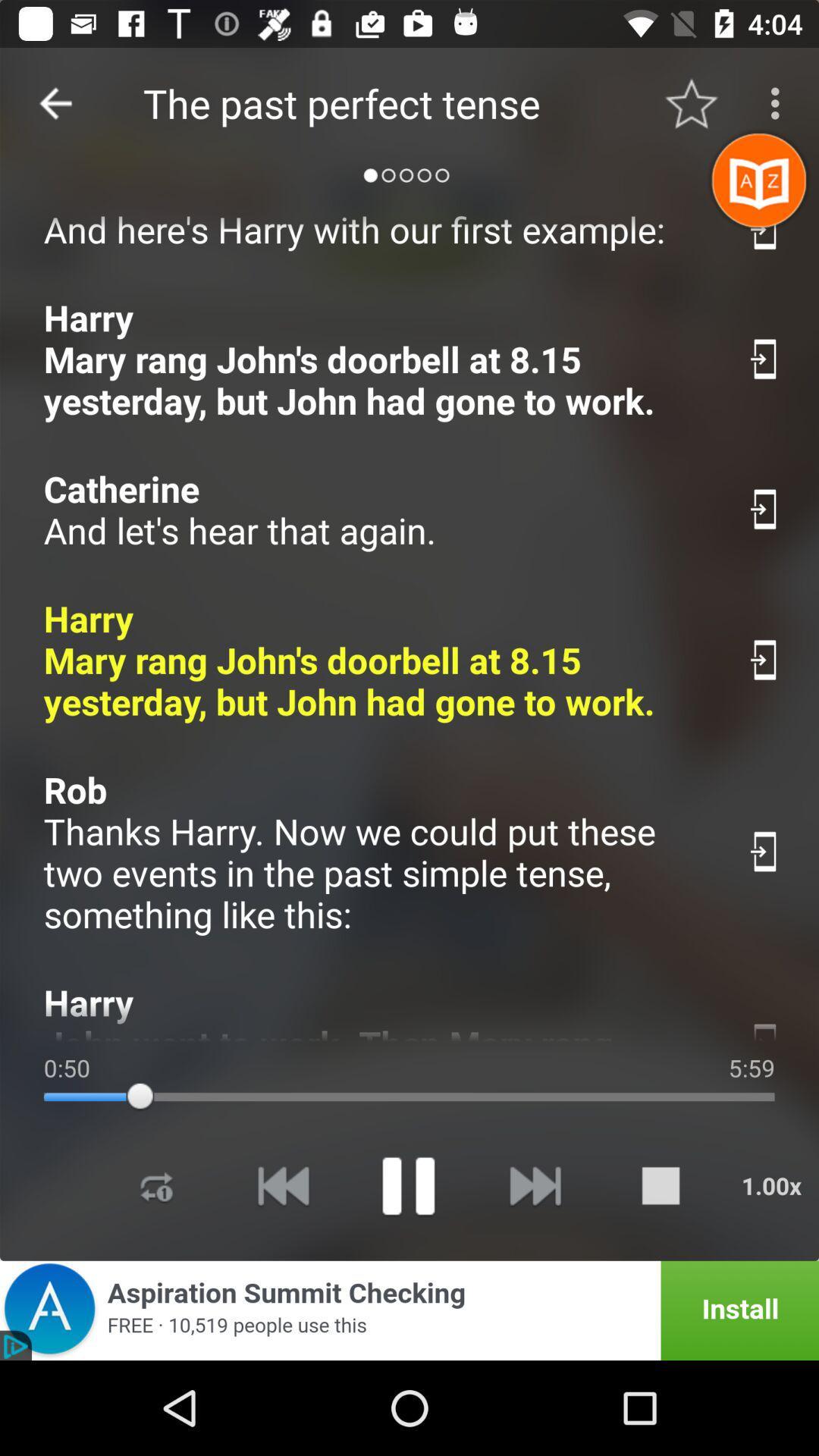 The image size is (819, 1456). I want to click on the skip_next icon, so click(534, 1185).